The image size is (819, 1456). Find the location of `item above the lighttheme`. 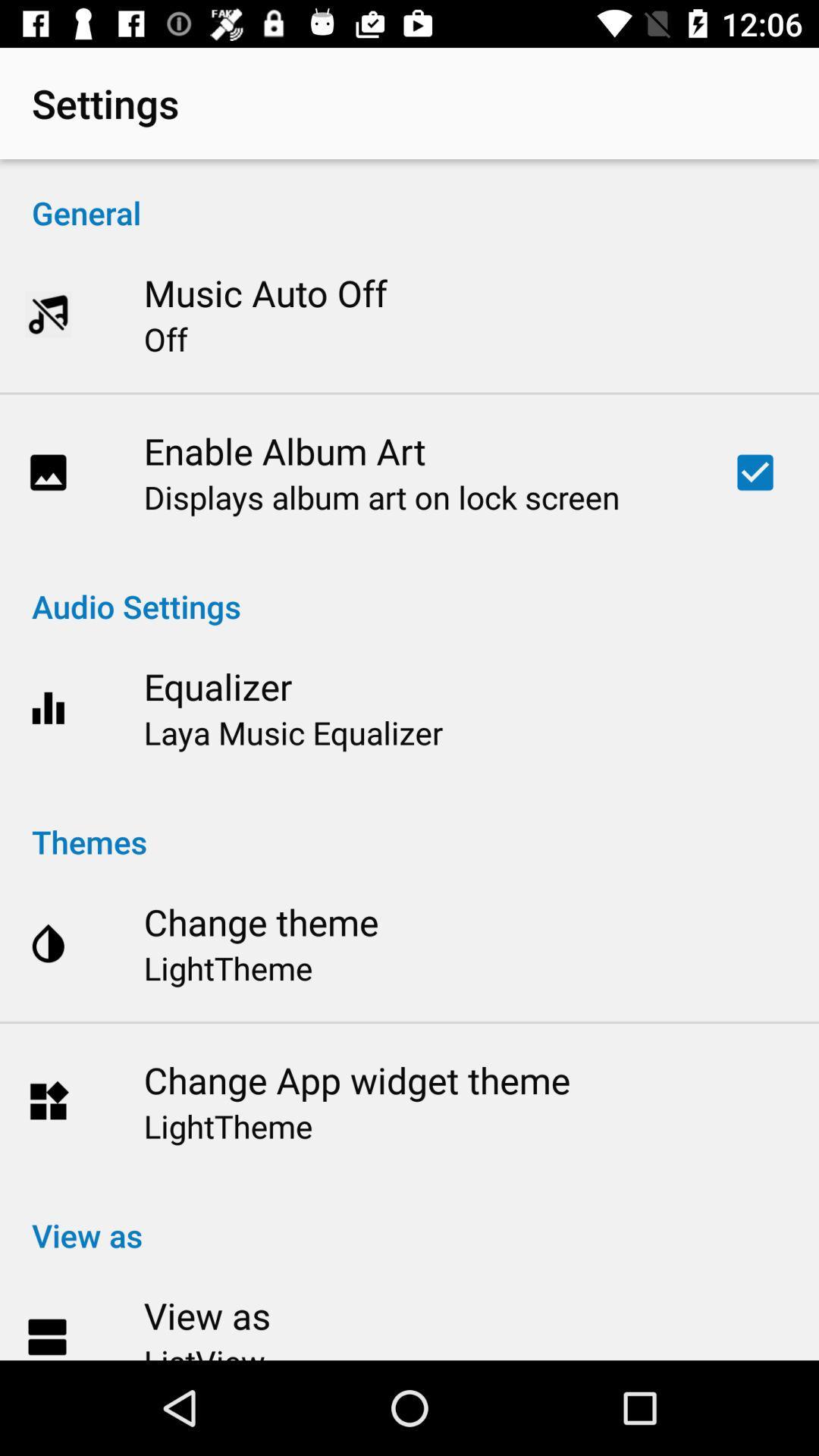

item above the lighttheme is located at coordinates (356, 1079).